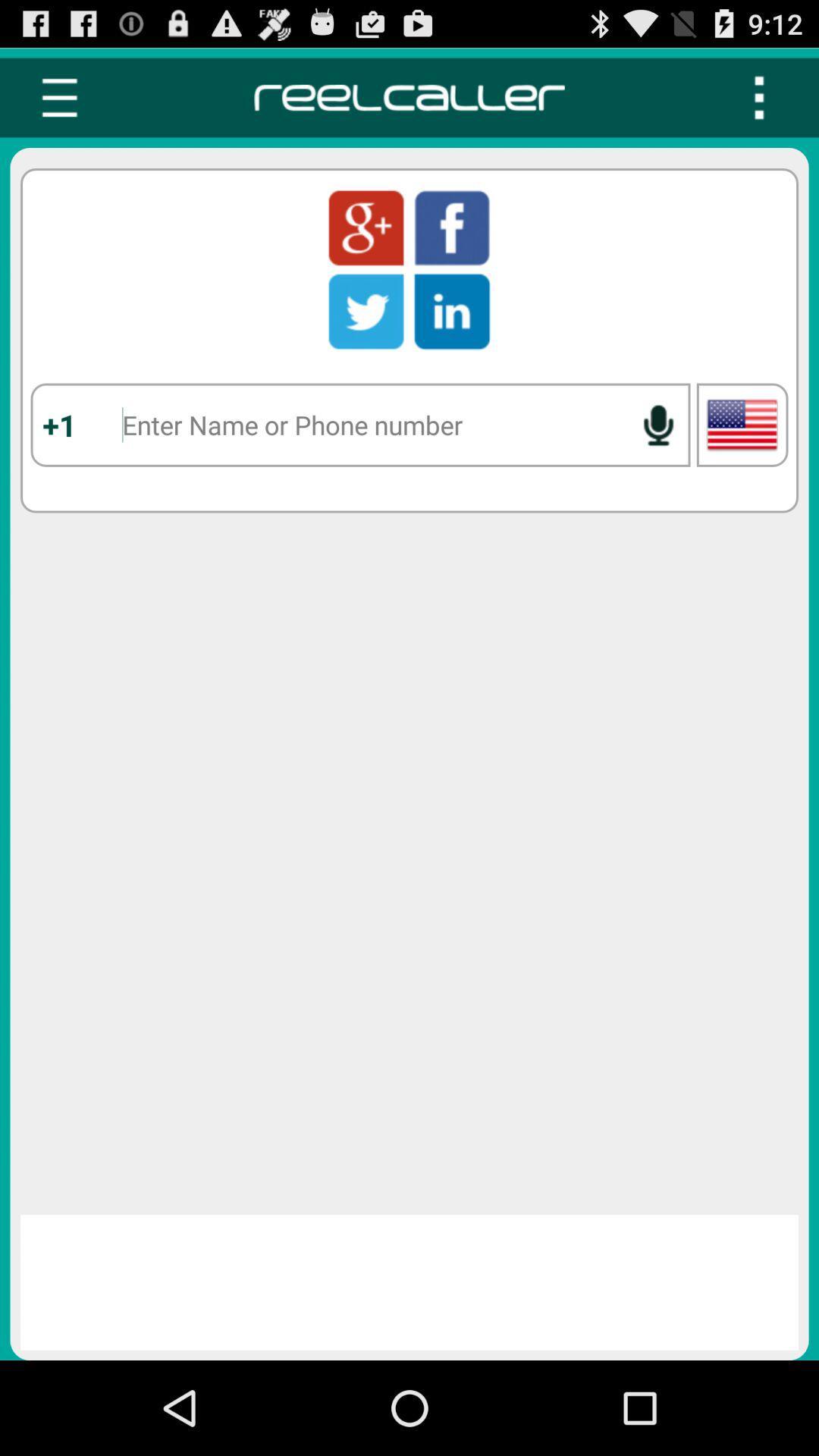 The width and height of the screenshot is (819, 1456). I want to click on the twitter icon, so click(366, 332).